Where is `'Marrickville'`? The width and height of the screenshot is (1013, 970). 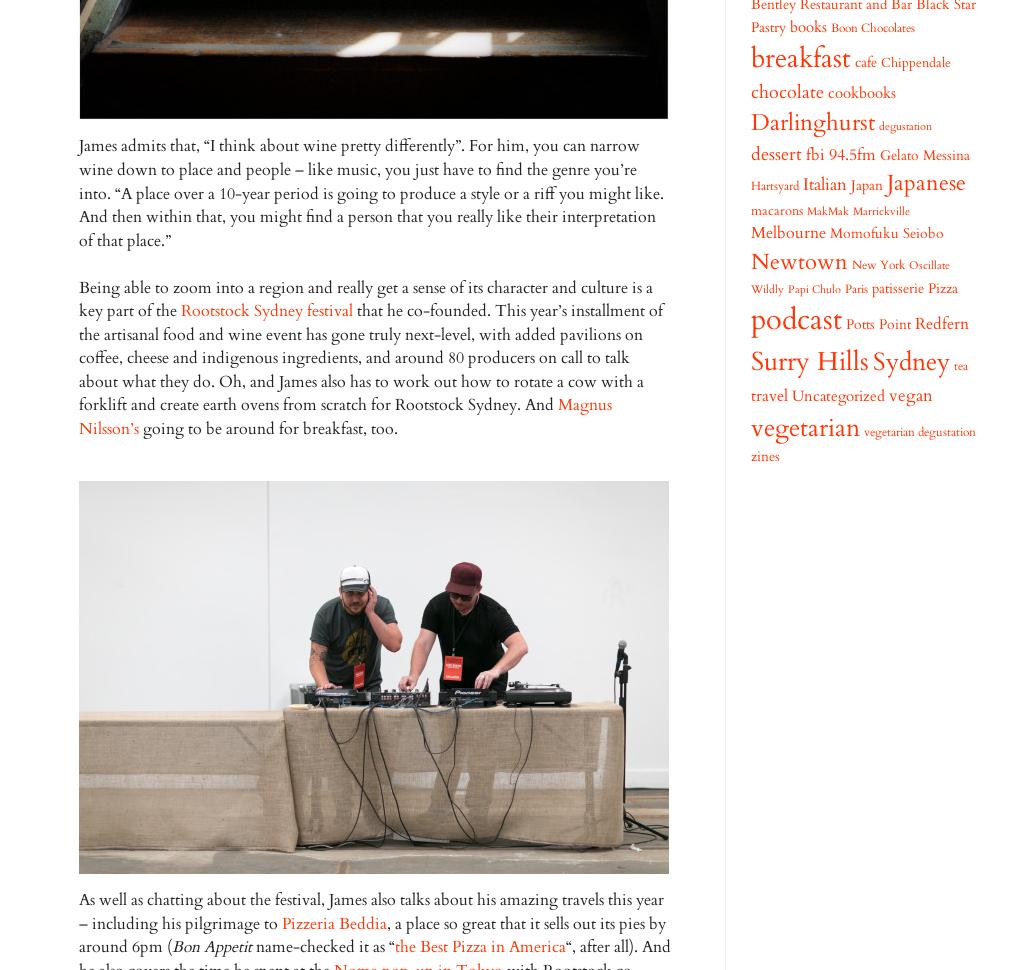 'Marrickville' is located at coordinates (852, 210).